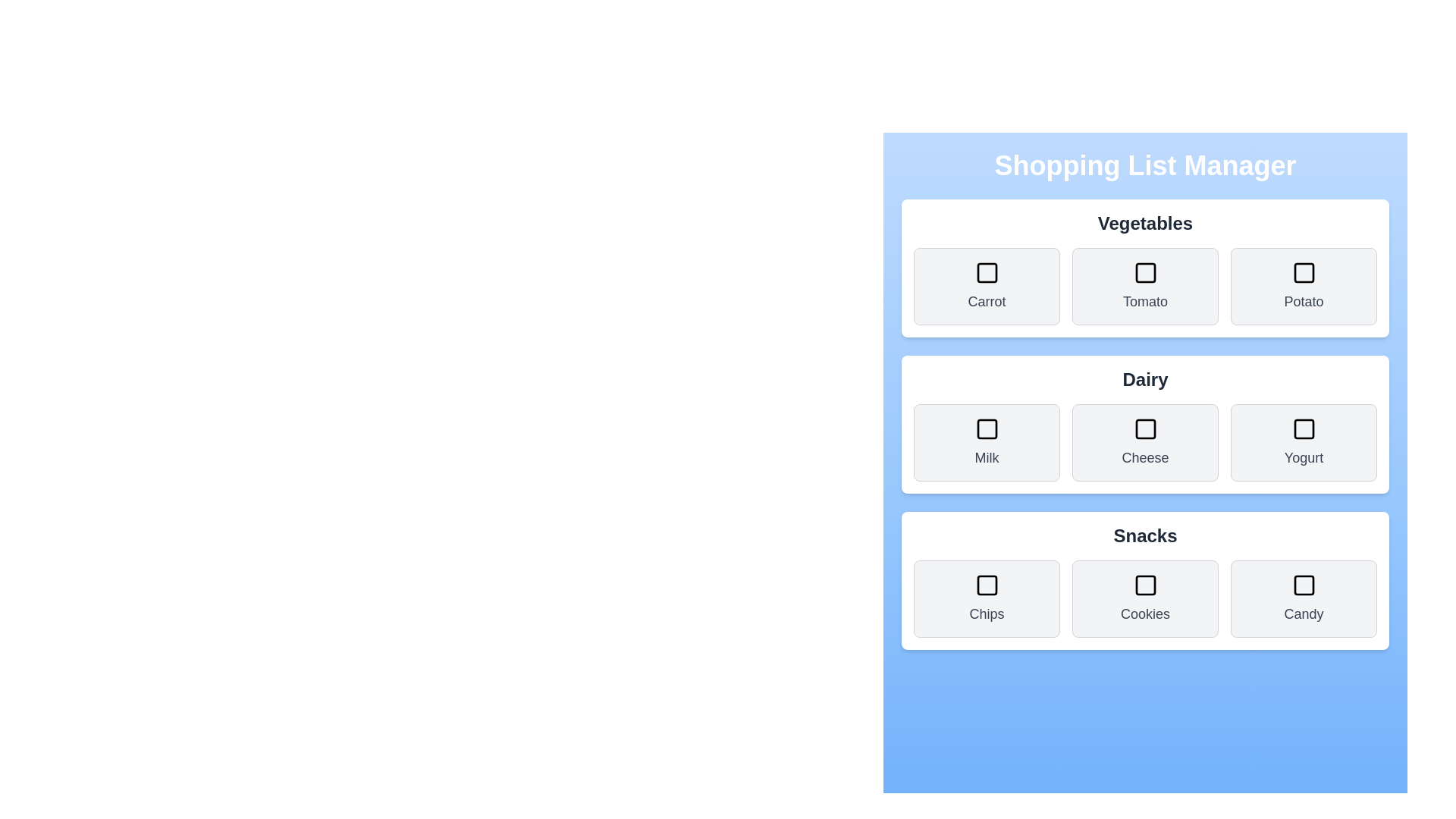 The height and width of the screenshot is (819, 1456). What do you see at coordinates (1145, 223) in the screenshot?
I see `the category title of the section Vegetables` at bounding box center [1145, 223].